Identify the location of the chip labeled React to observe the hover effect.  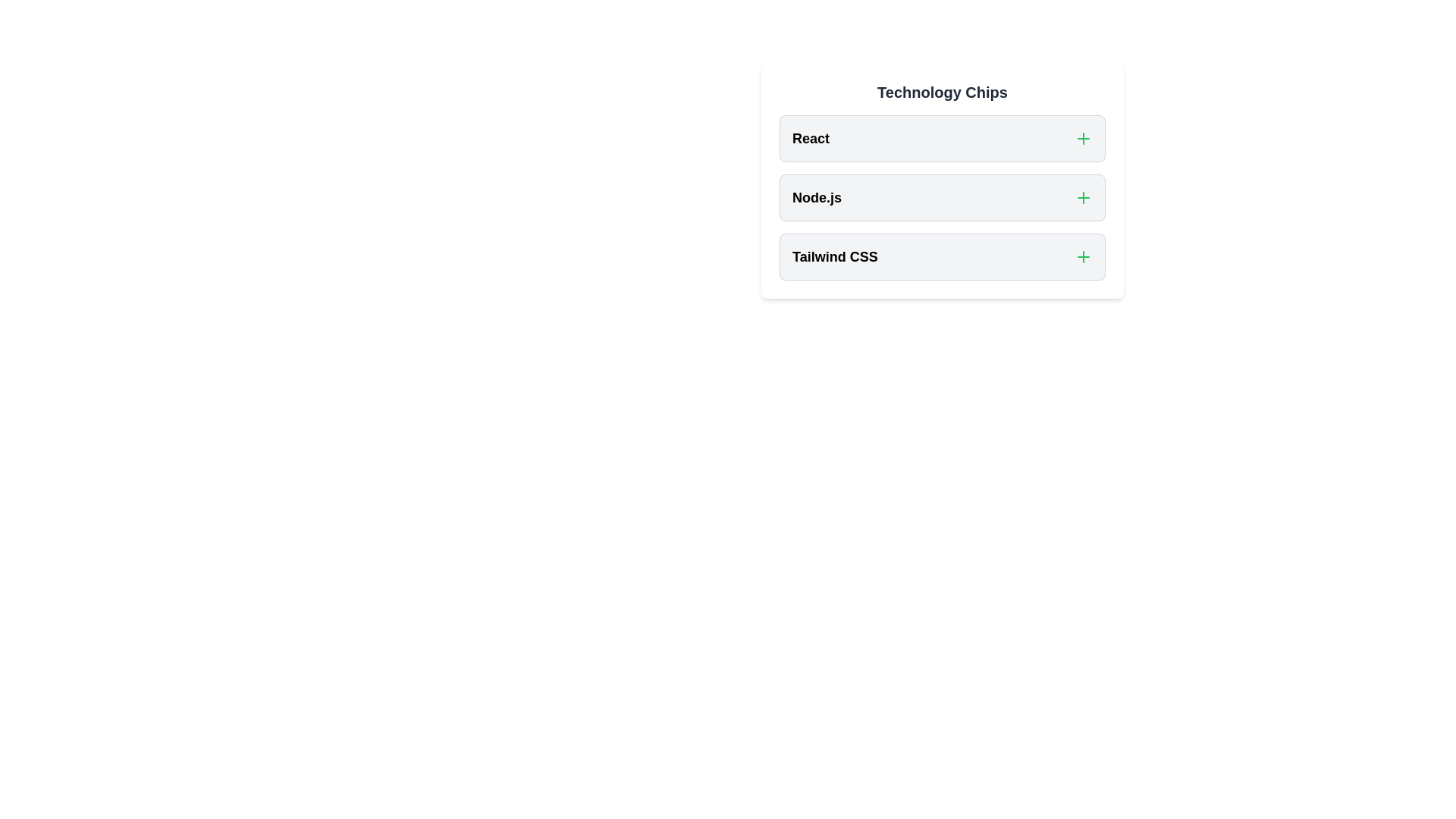
(942, 138).